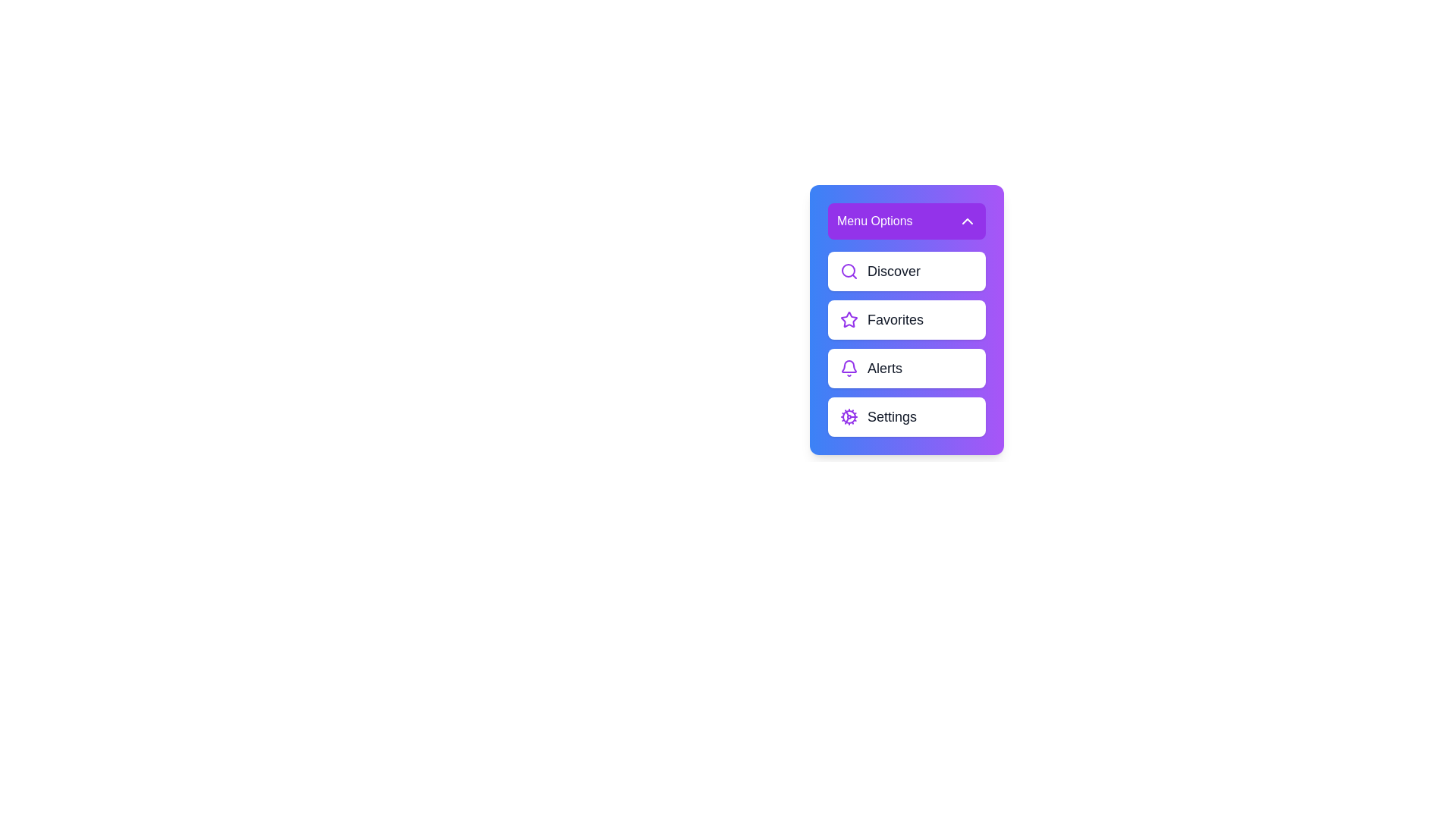 The image size is (1456, 819). I want to click on the small purple circular gear icon representing the settings menu, located on the left end of the 'Settings' button row, so click(848, 417).